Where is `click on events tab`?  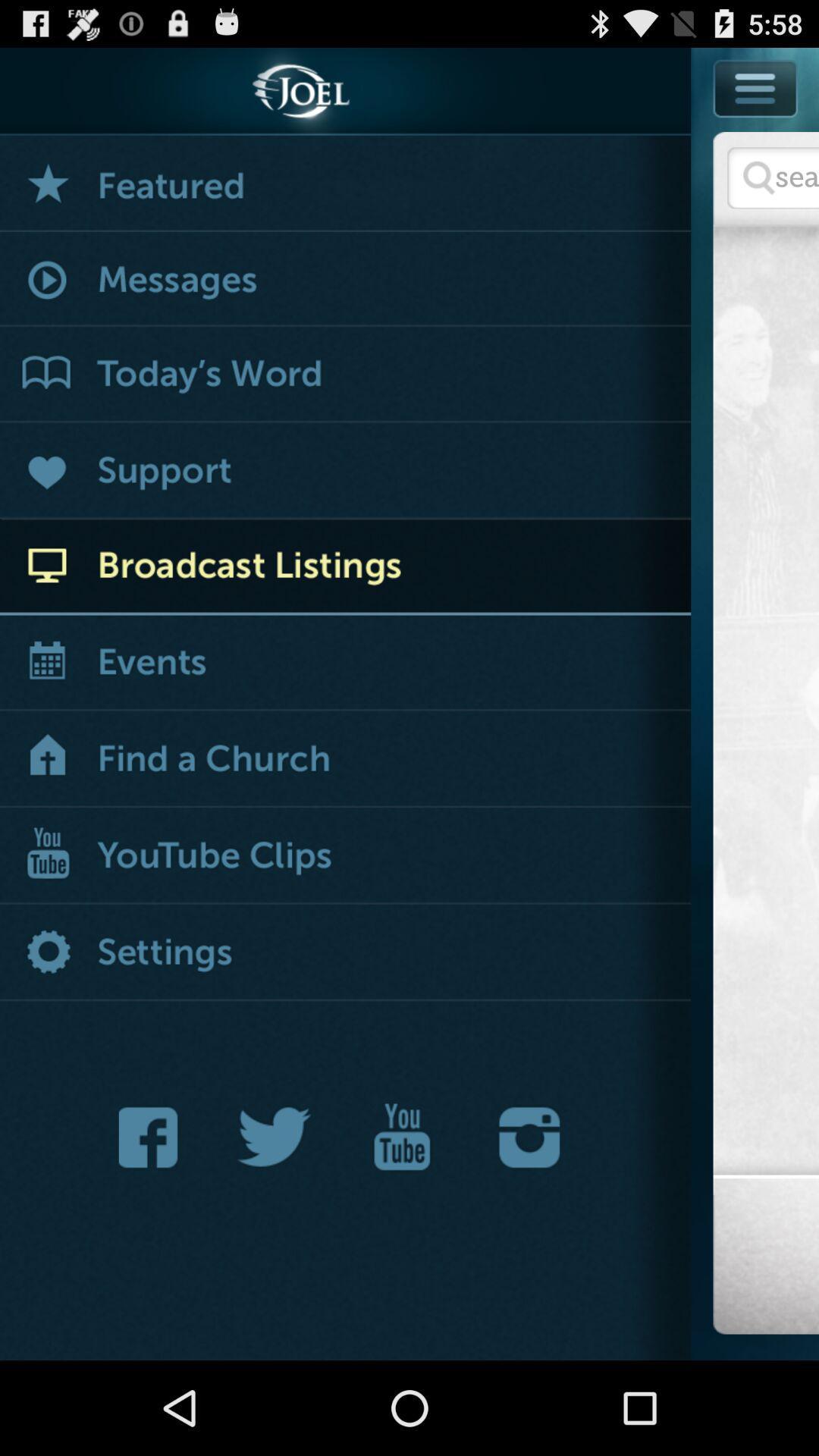 click on events tab is located at coordinates (345, 664).